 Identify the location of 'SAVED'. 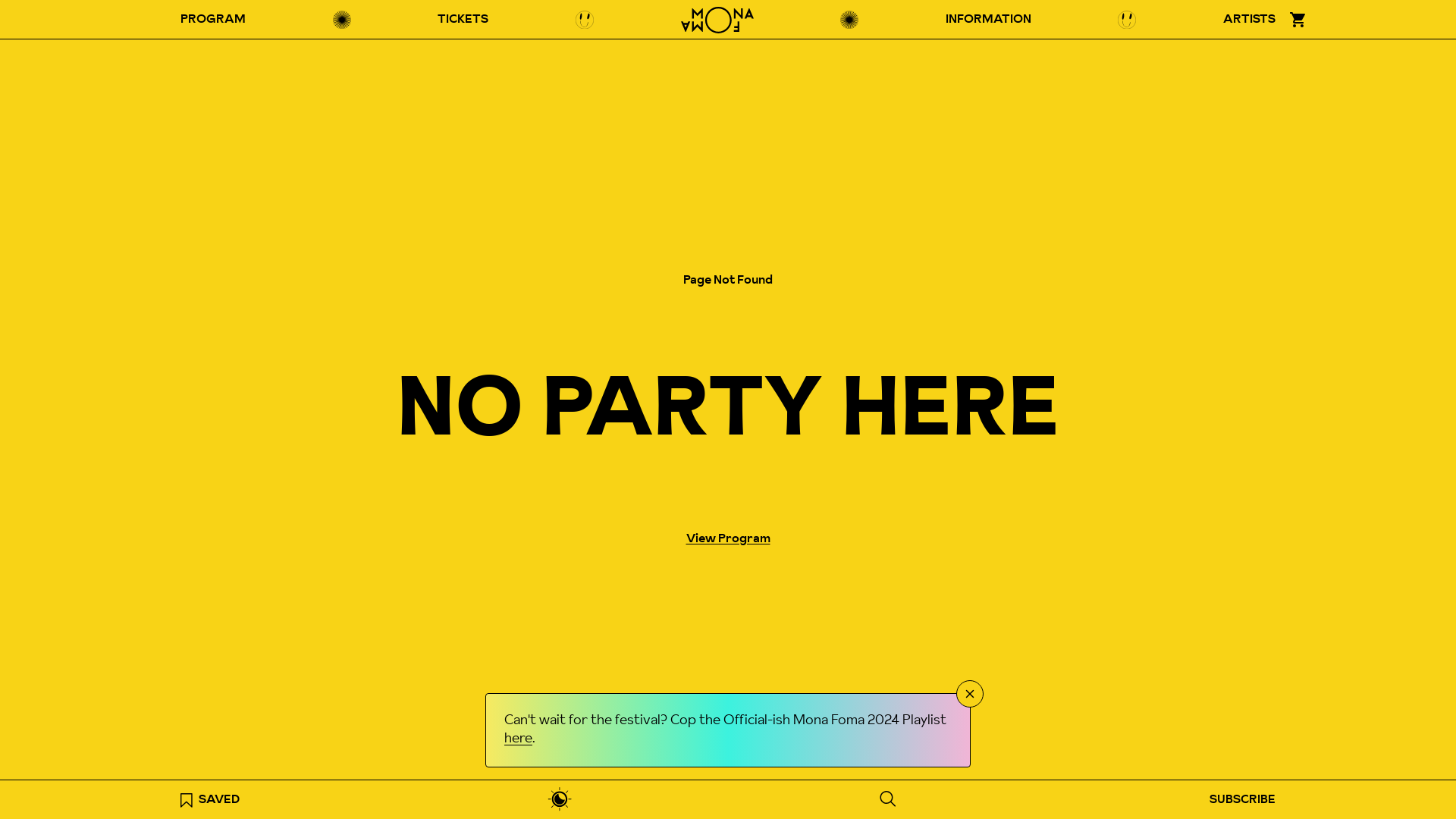
(209, 799).